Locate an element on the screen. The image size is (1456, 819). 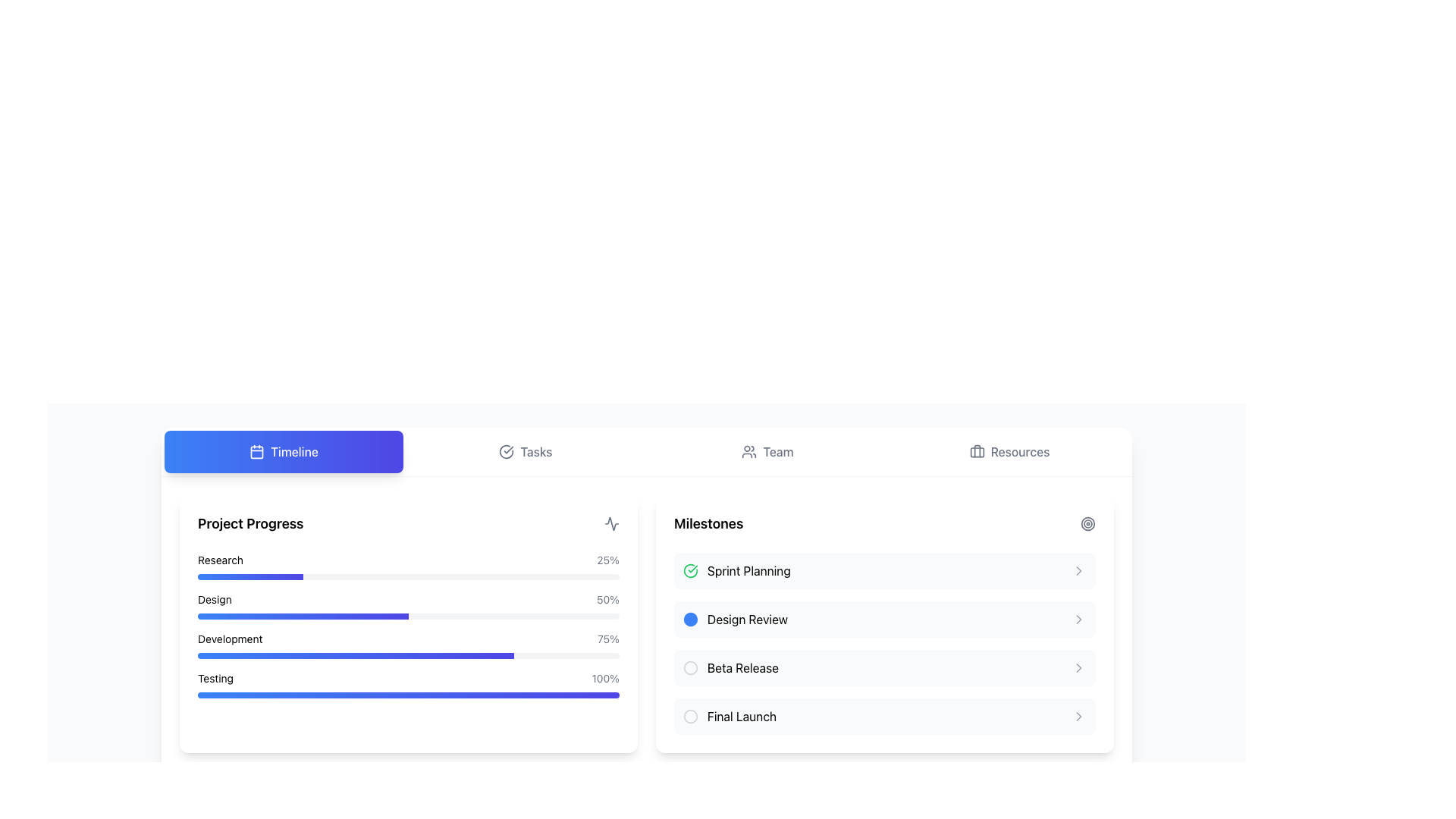
associated text label of the Circle indicator for the 'Design Review' milestone, which is the second item in the Milestones section is located at coordinates (690, 620).